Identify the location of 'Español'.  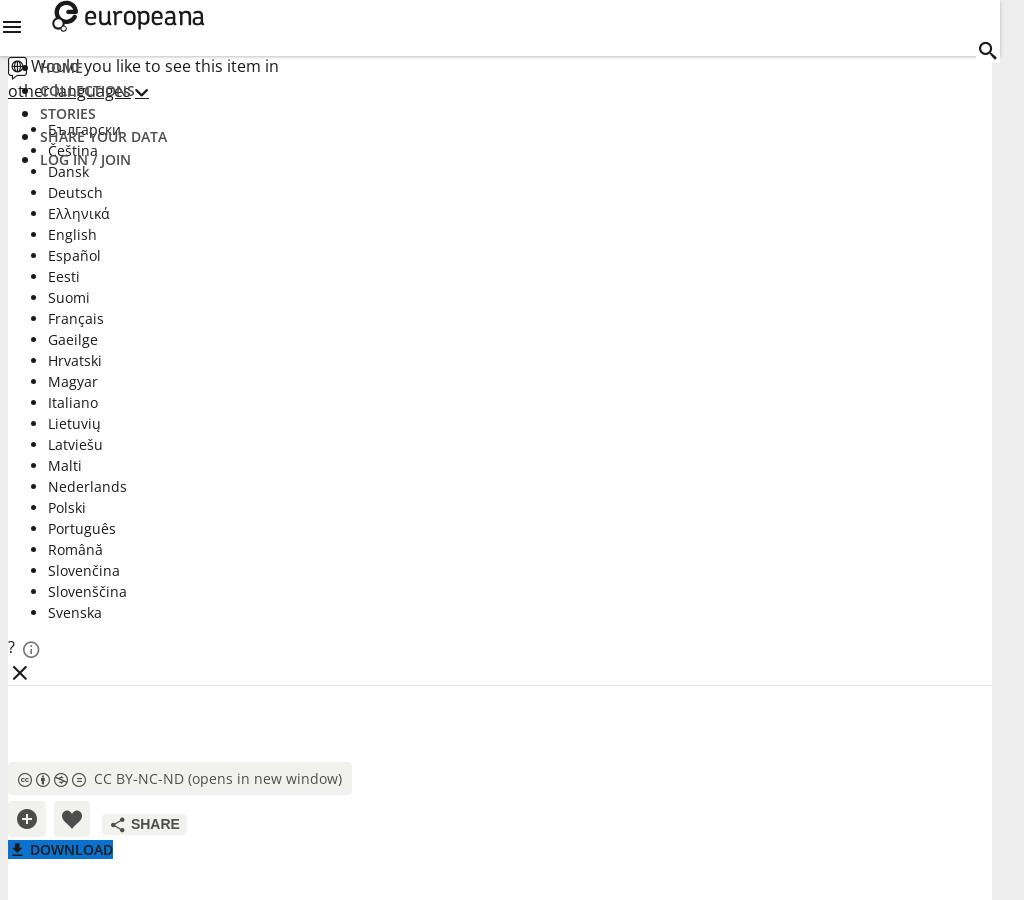
(47, 254).